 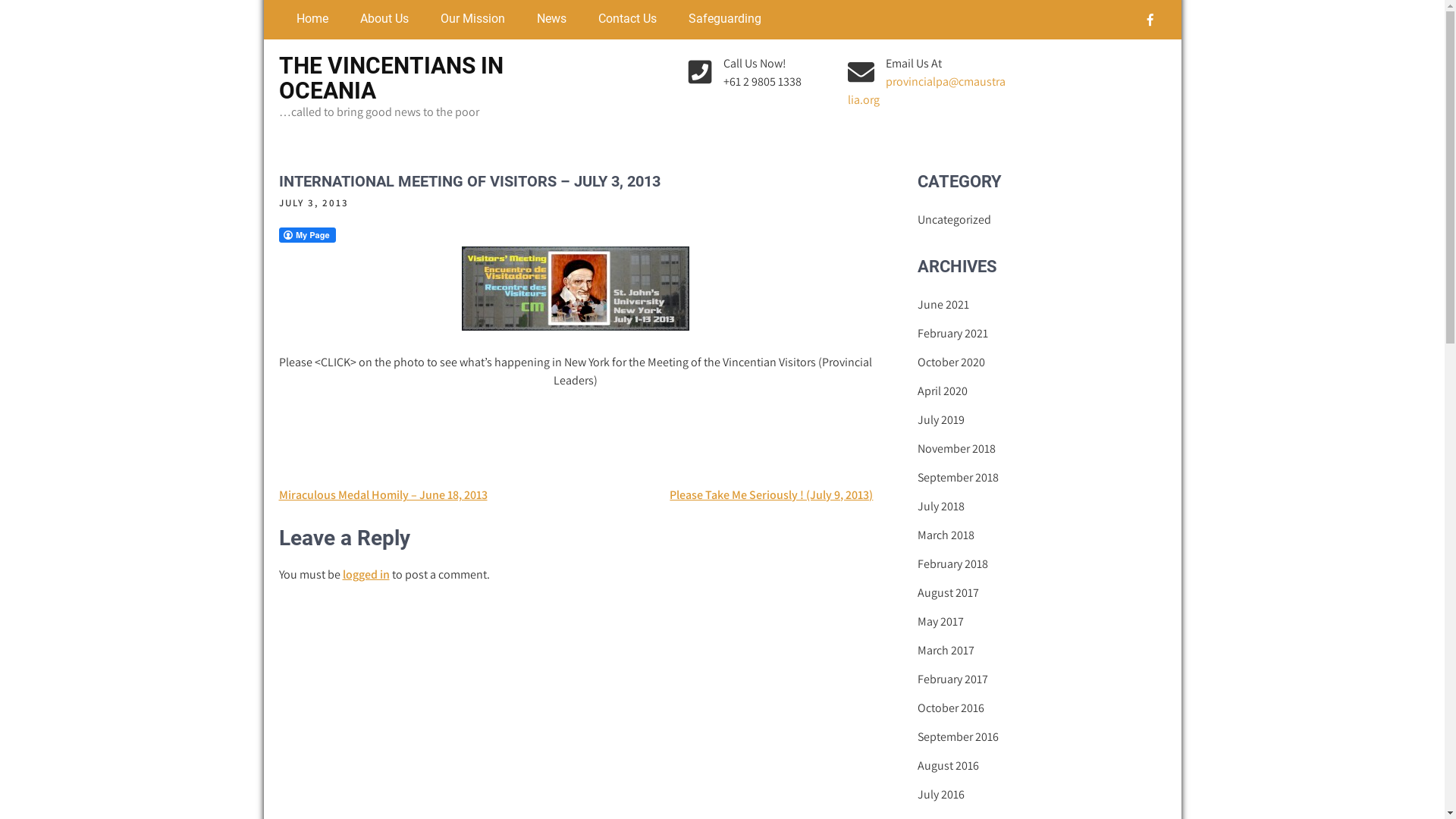 I want to click on 'June 2021', so click(x=916, y=304).